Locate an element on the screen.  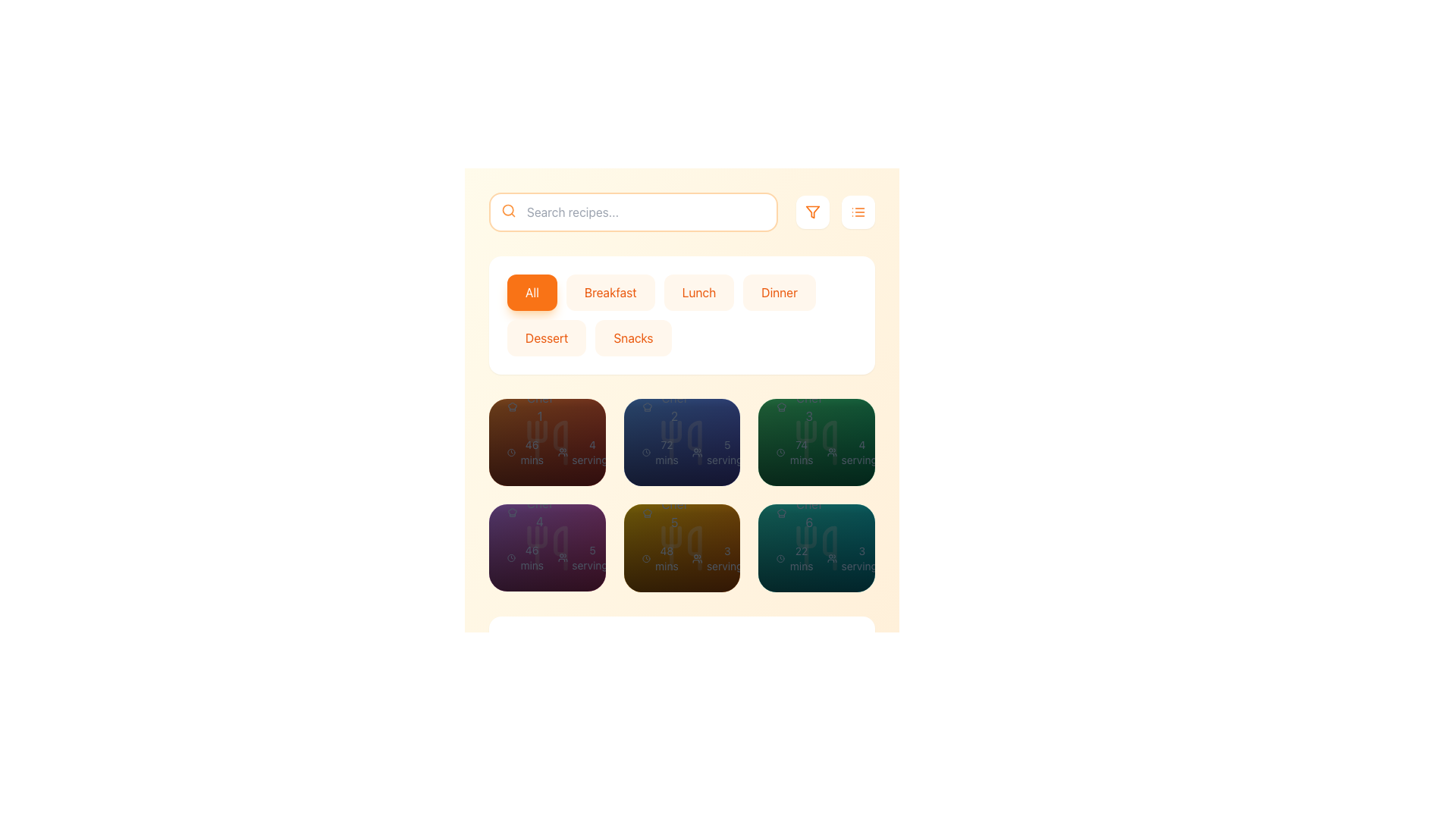
the chef's identifier label located beneath the 'Recipe 1' title in the top-left card of the grid layout is located at coordinates (531, 406).